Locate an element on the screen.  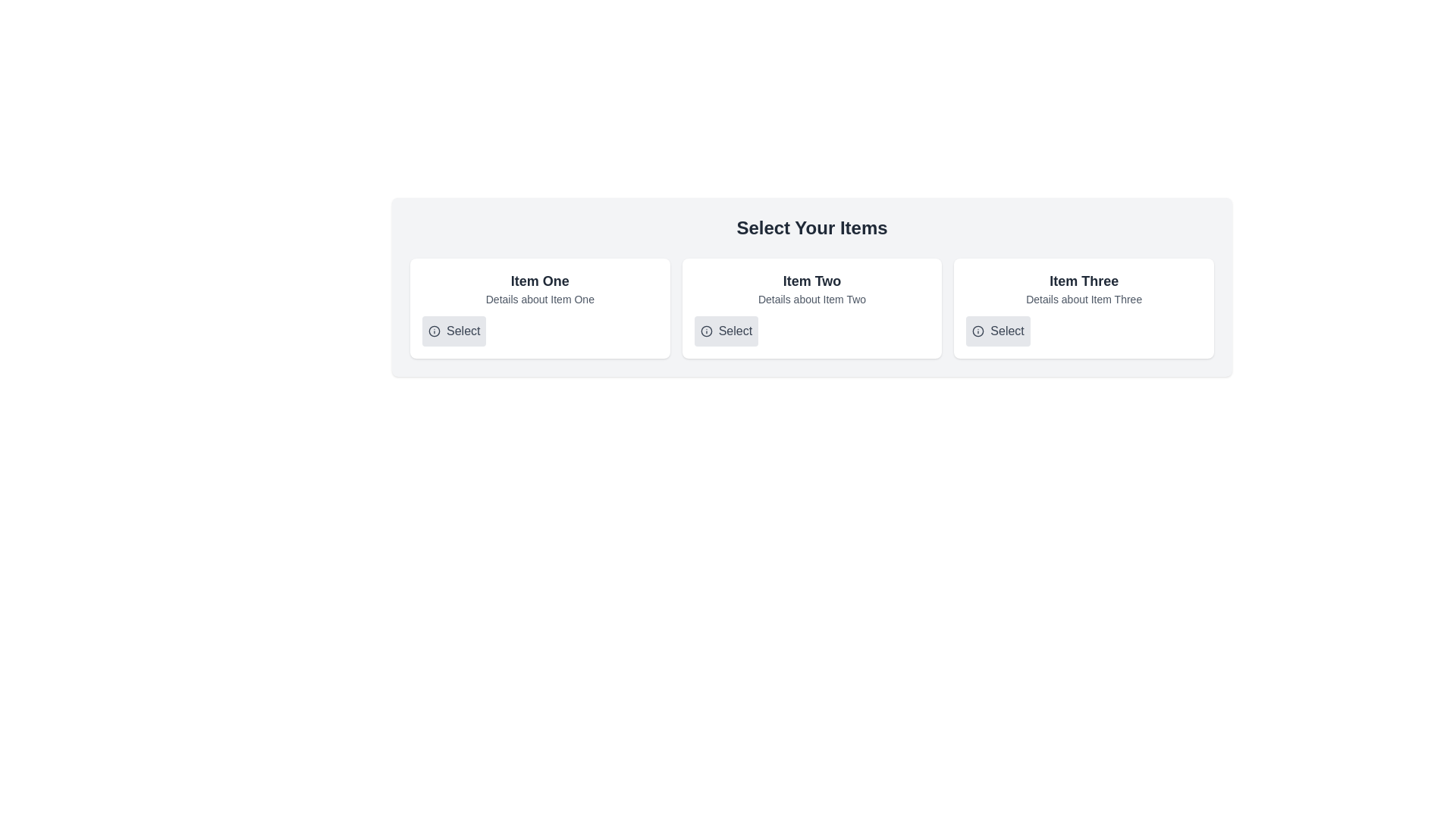
the third selectable button labeled 'Select' with an 'i' icon under the 'Item Three' section is located at coordinates (998, 330).